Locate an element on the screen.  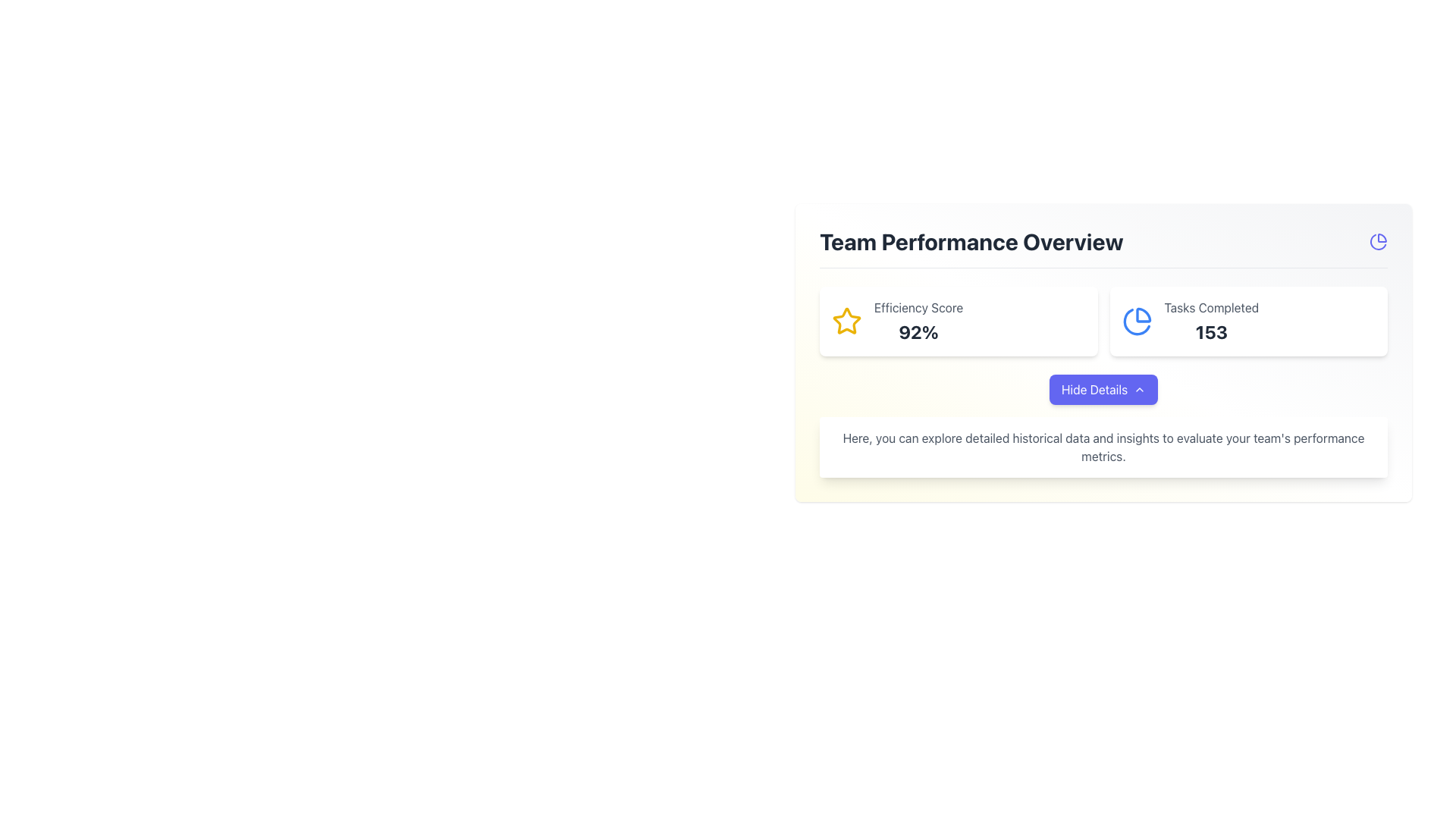
informative text block that contains the message 'Here, you can explore detailed historical data and insights to evaluate your team's performance metrics.' located below the 'Hide Details' button in the 'Team Performance Overview' section is located at coordinates (1103, 426).